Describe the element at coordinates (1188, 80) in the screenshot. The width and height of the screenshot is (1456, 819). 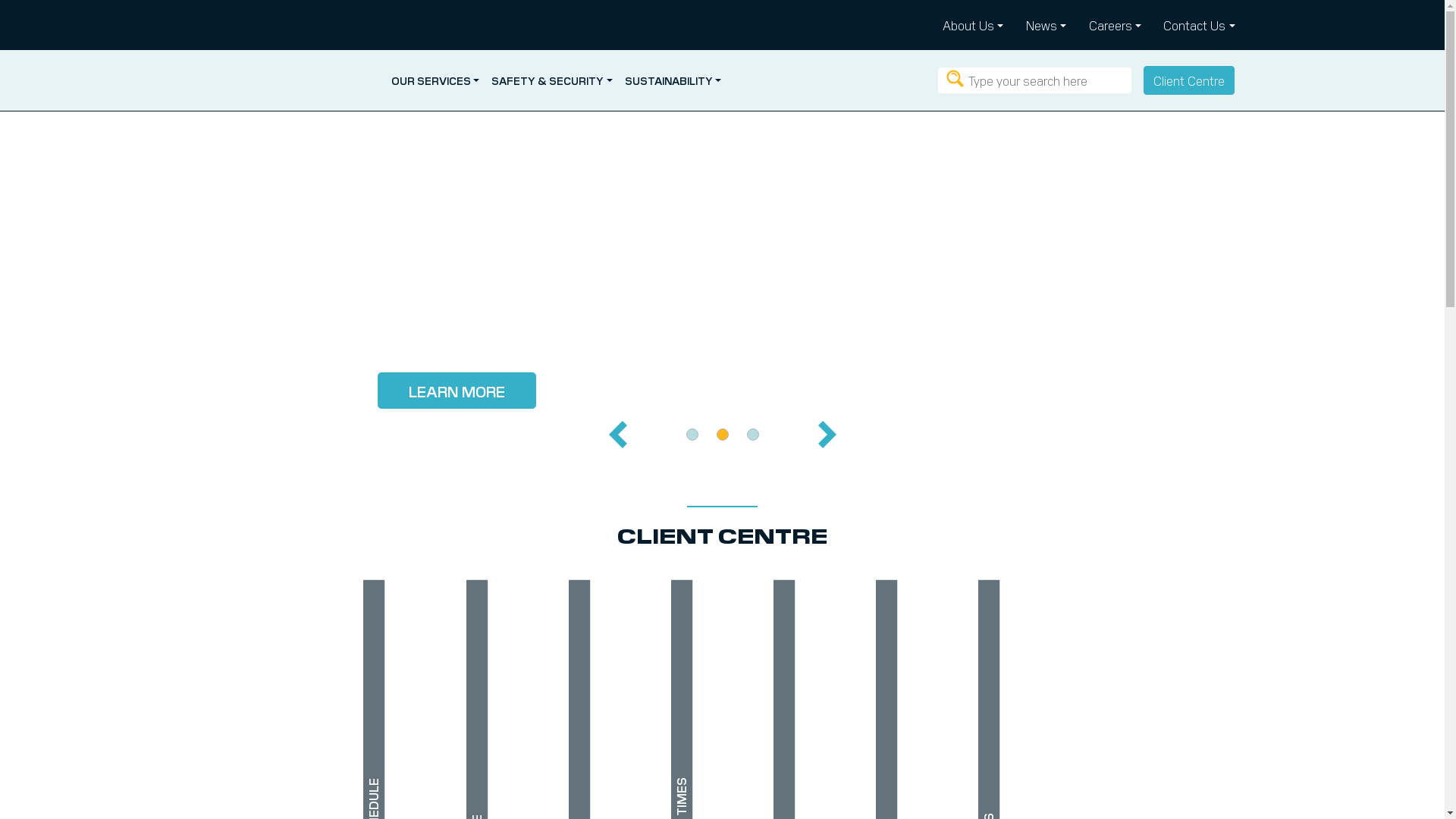
I see `'Client Centre'` at that location.